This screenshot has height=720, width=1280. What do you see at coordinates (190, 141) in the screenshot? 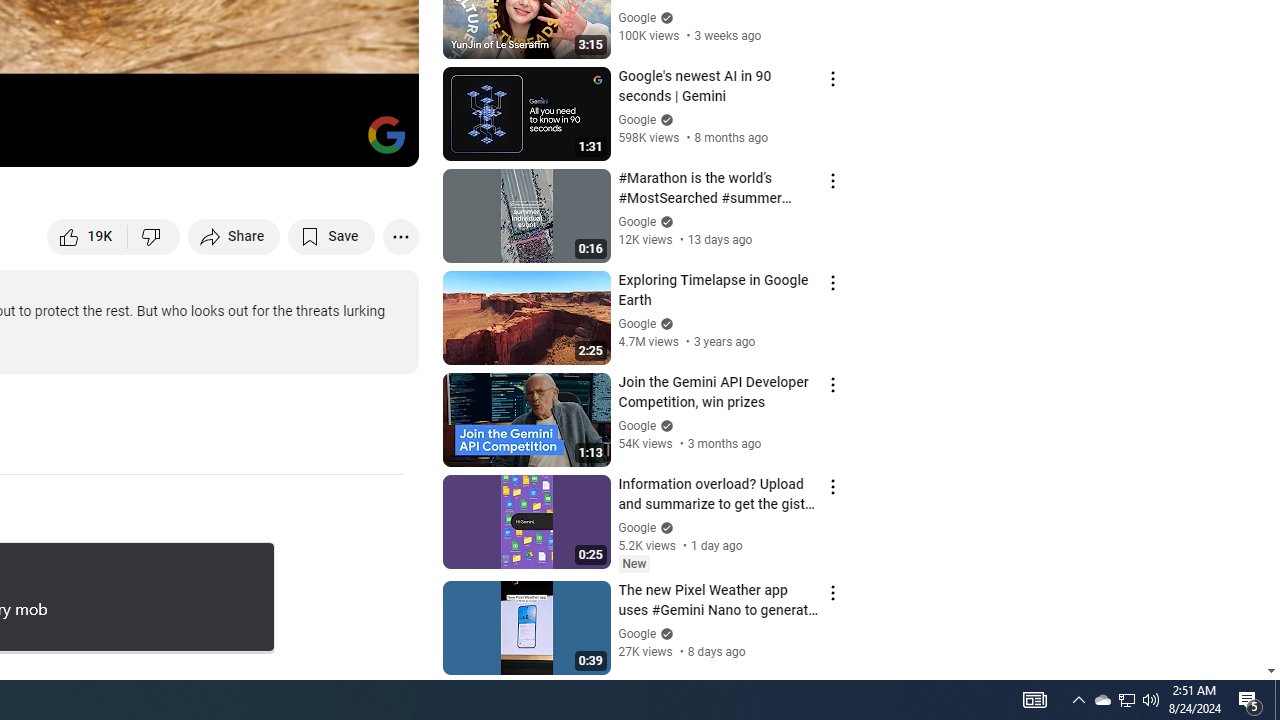
I see `'Subtitles/closed captions unavailable'` at bounding box center [190, 141].